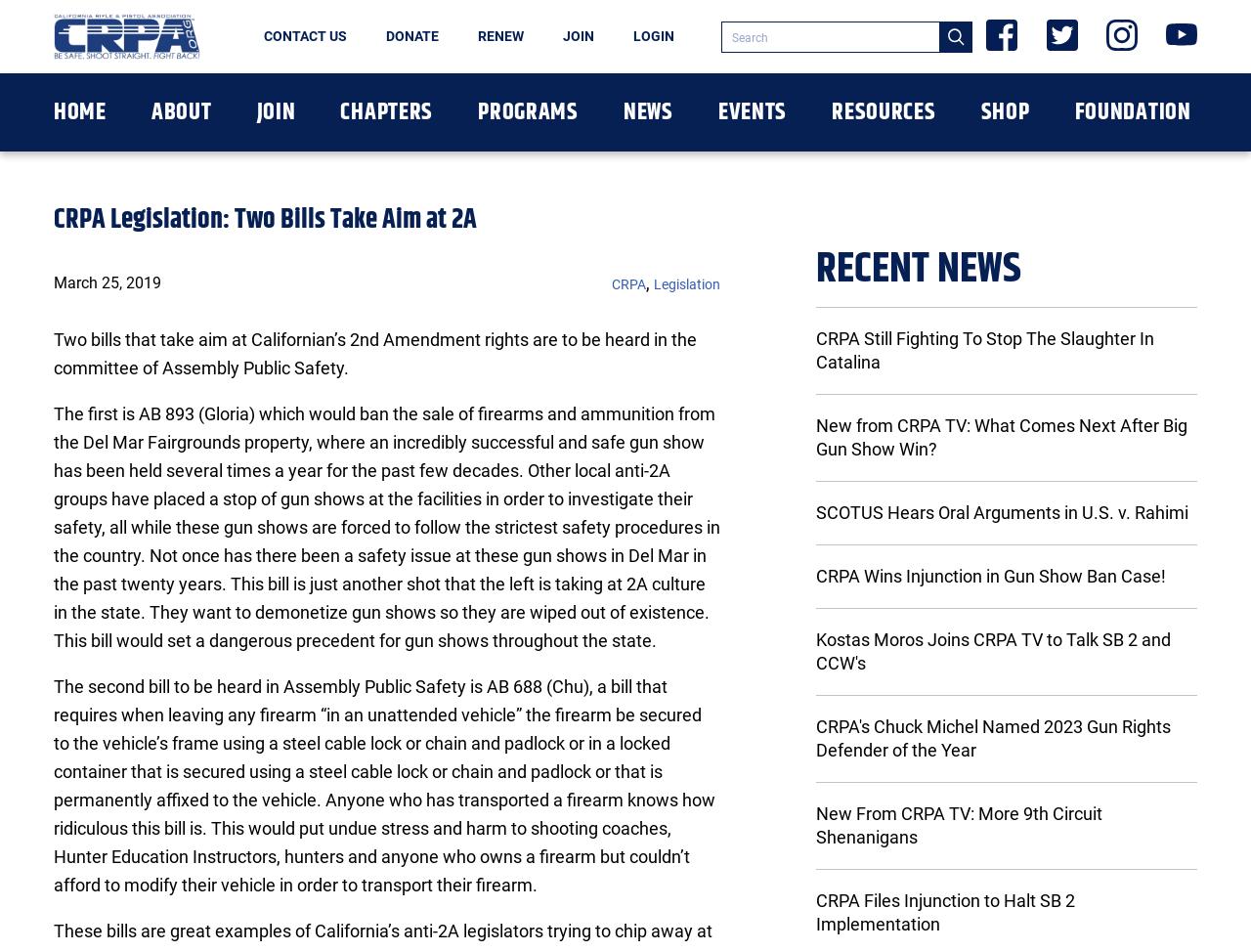 The width and height of the screenshot is (1251, 952). I want to click on 'CRPA', so click(628, 281).